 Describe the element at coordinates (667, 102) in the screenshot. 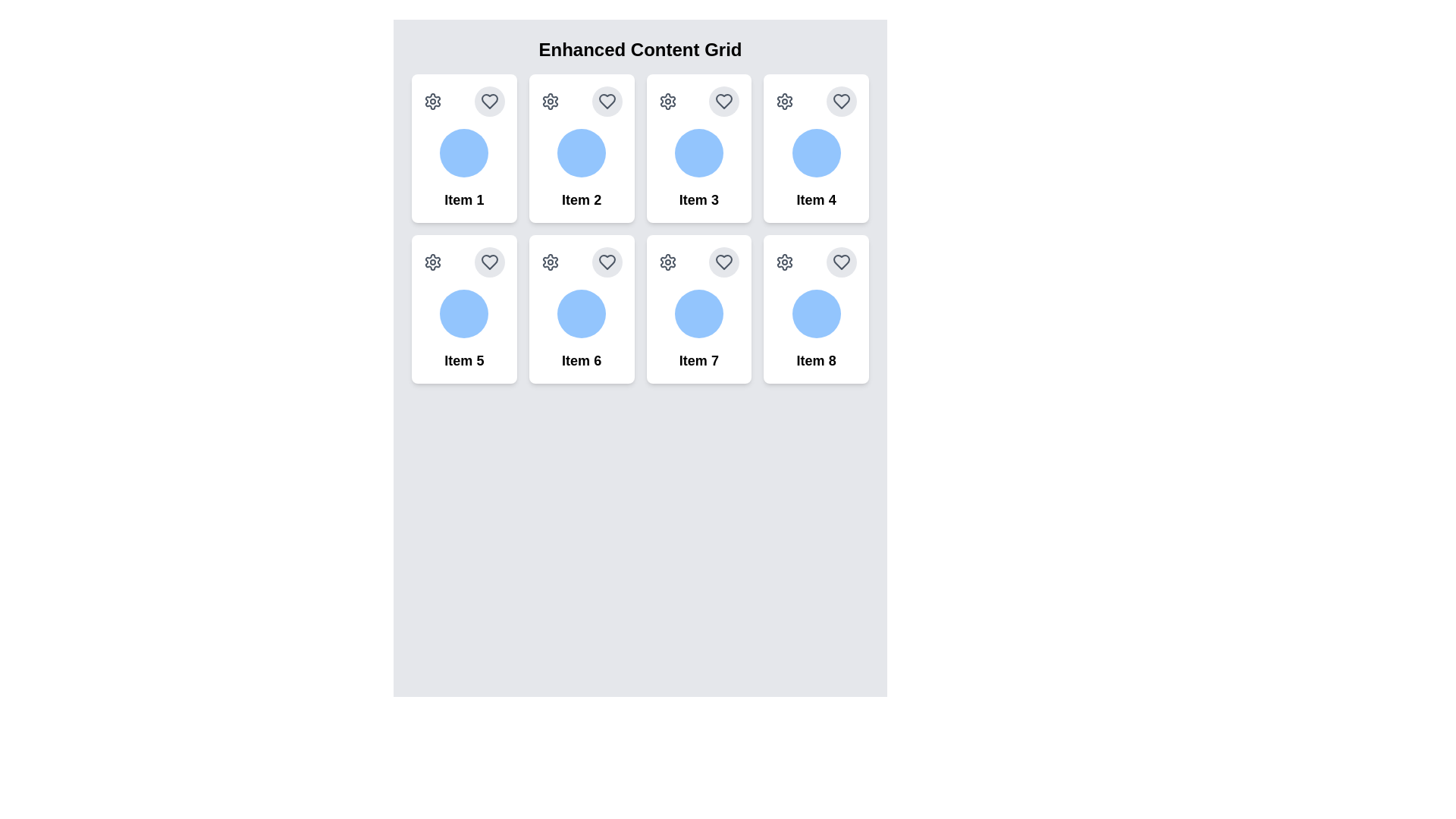

I see `the settings icon located at the top-right corner of 'Item 3' card` at that location.